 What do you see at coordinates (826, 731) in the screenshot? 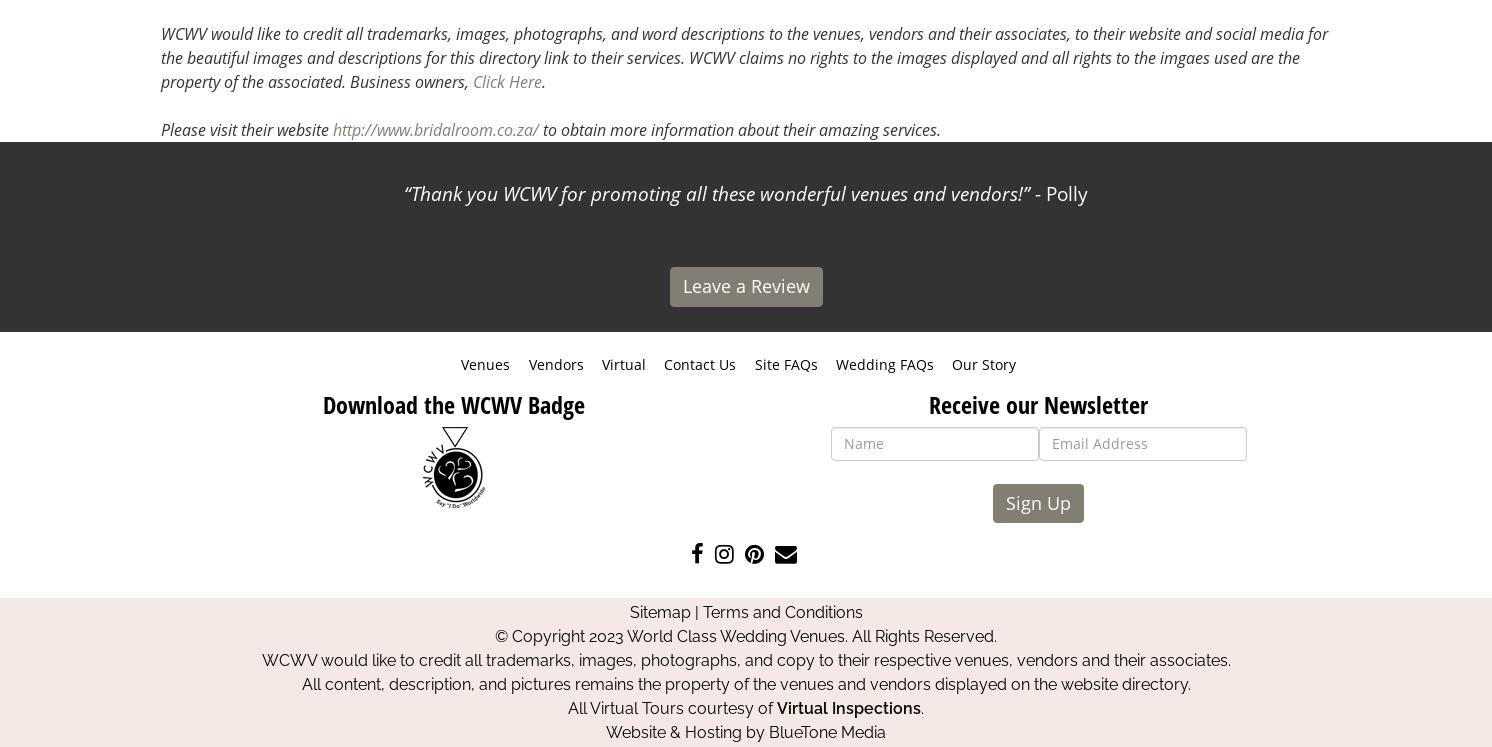
I see `'BlueTone Media'` at bounding box center [826, 731].